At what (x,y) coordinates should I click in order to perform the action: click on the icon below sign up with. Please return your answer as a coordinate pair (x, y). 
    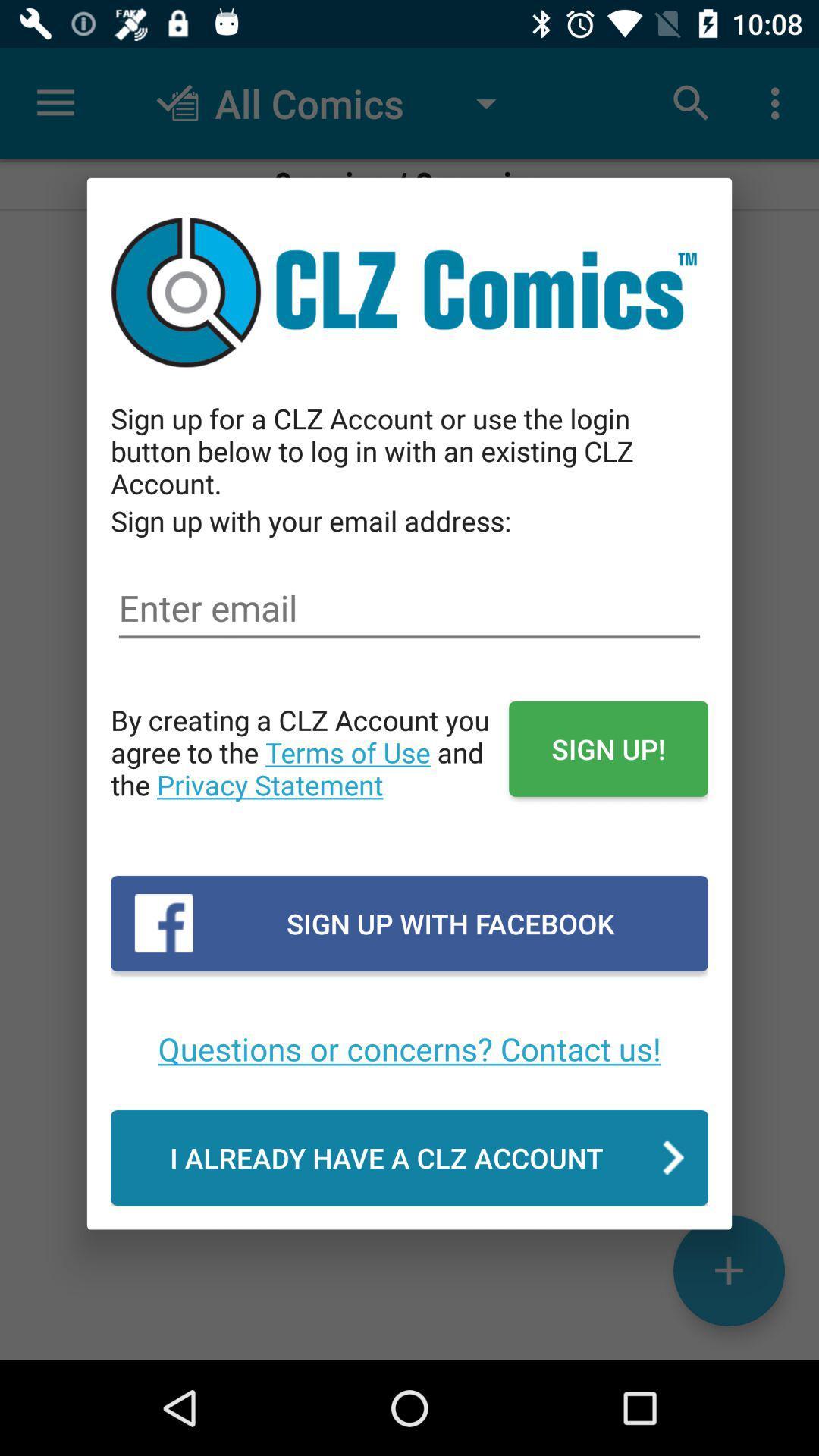
    Looking at the image, I should click on (409, 1047).